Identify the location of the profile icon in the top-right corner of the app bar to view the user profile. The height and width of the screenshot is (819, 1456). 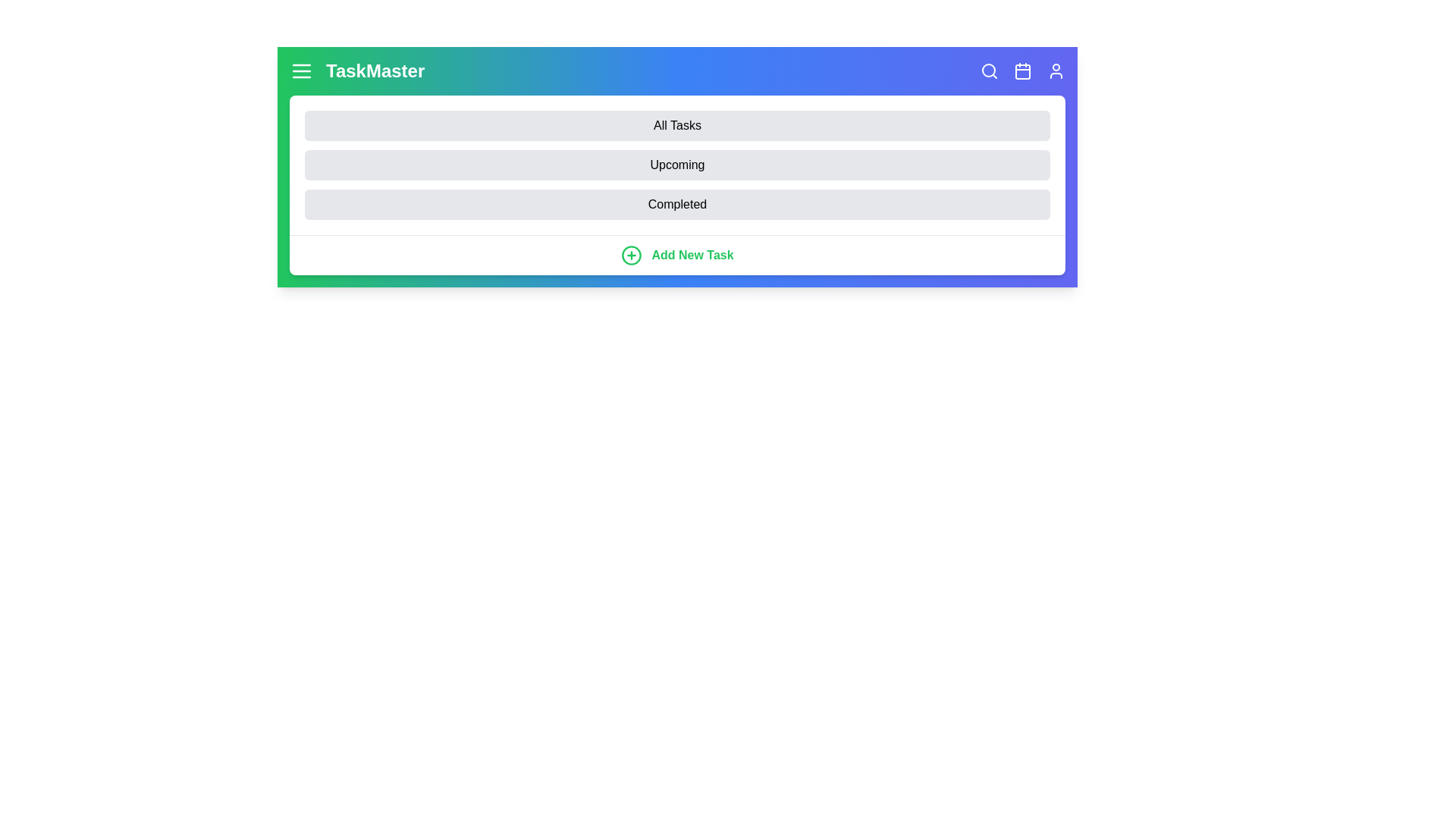
(1055, 71).